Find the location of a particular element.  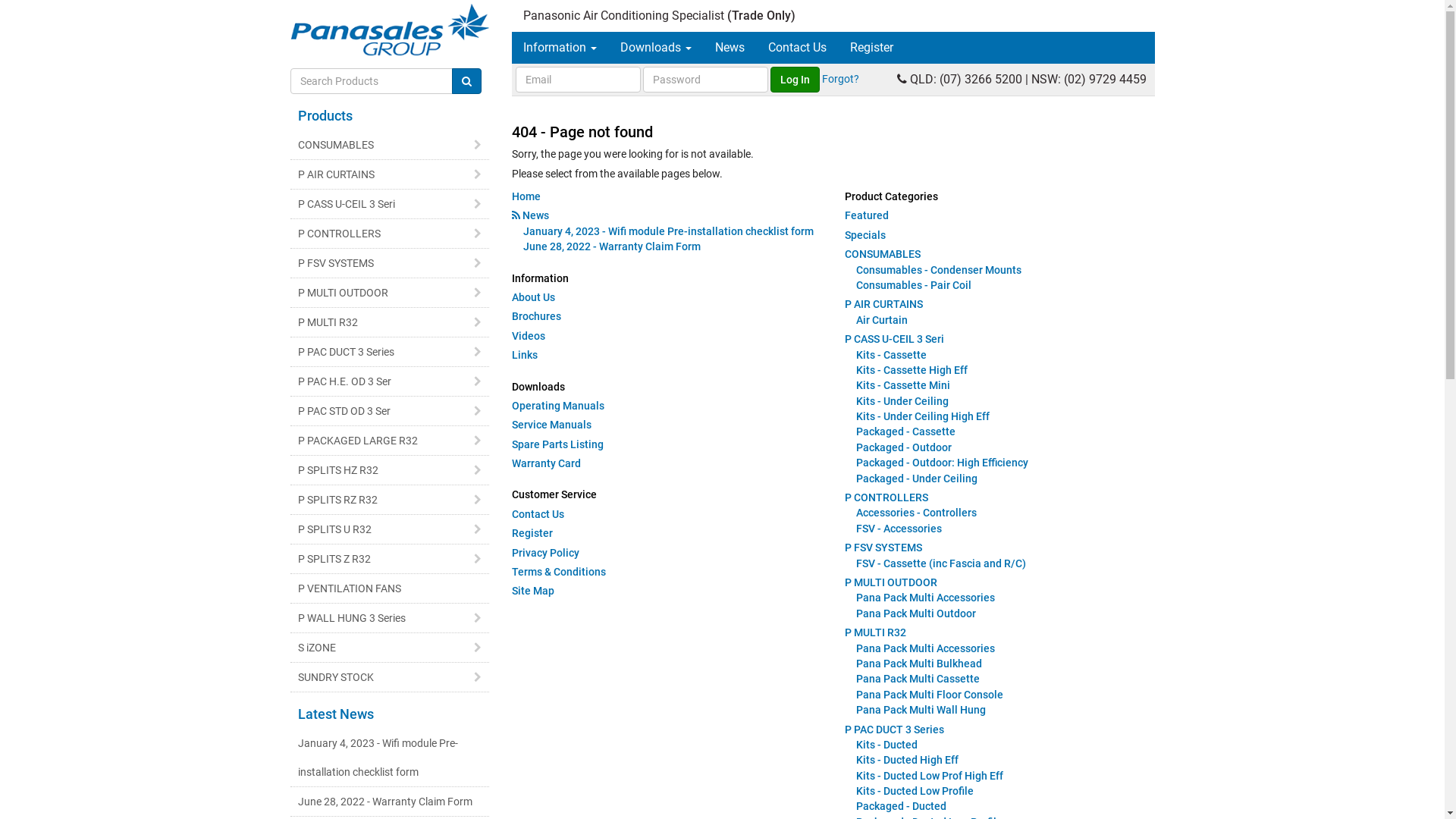

'Pana Pack Multi Cassette' is located at coordinates (917, 677).